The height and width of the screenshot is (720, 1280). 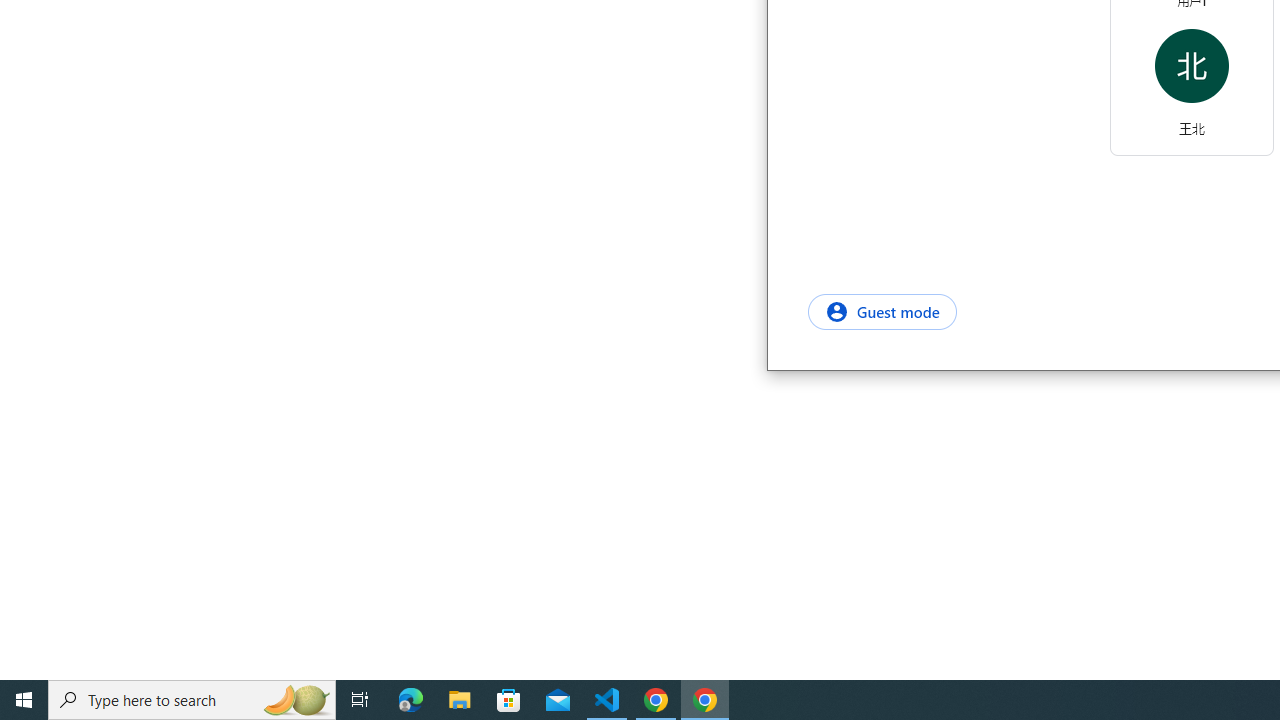 What do you see at coordinates (459, 698) in the screenshot?
I see `'File Explorer'` at bounding box center [459, 698].